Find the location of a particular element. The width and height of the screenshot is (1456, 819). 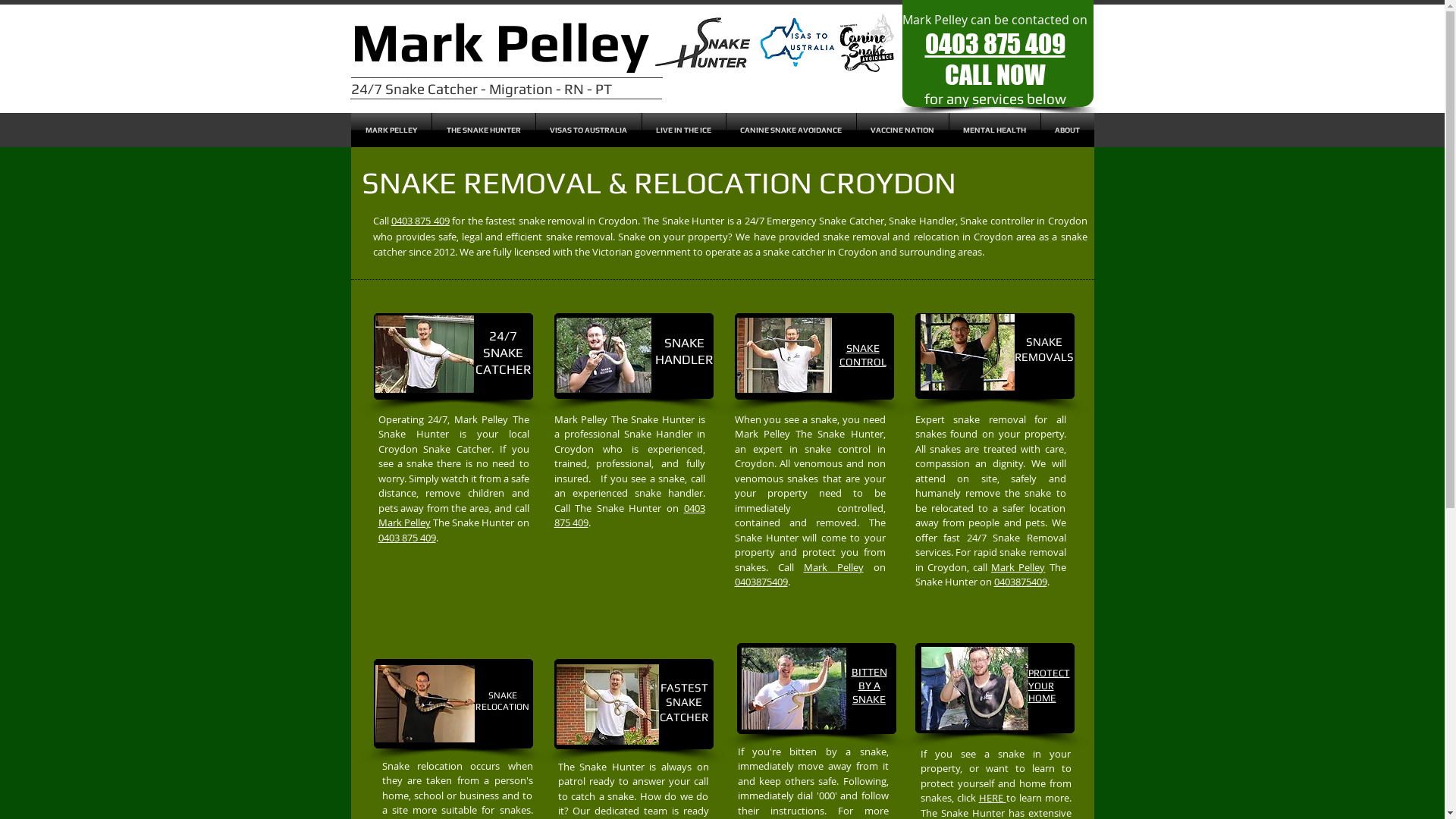

'24/7 Snake Catcher - Migration - RN - PT' is located at coordinates (479, 88).